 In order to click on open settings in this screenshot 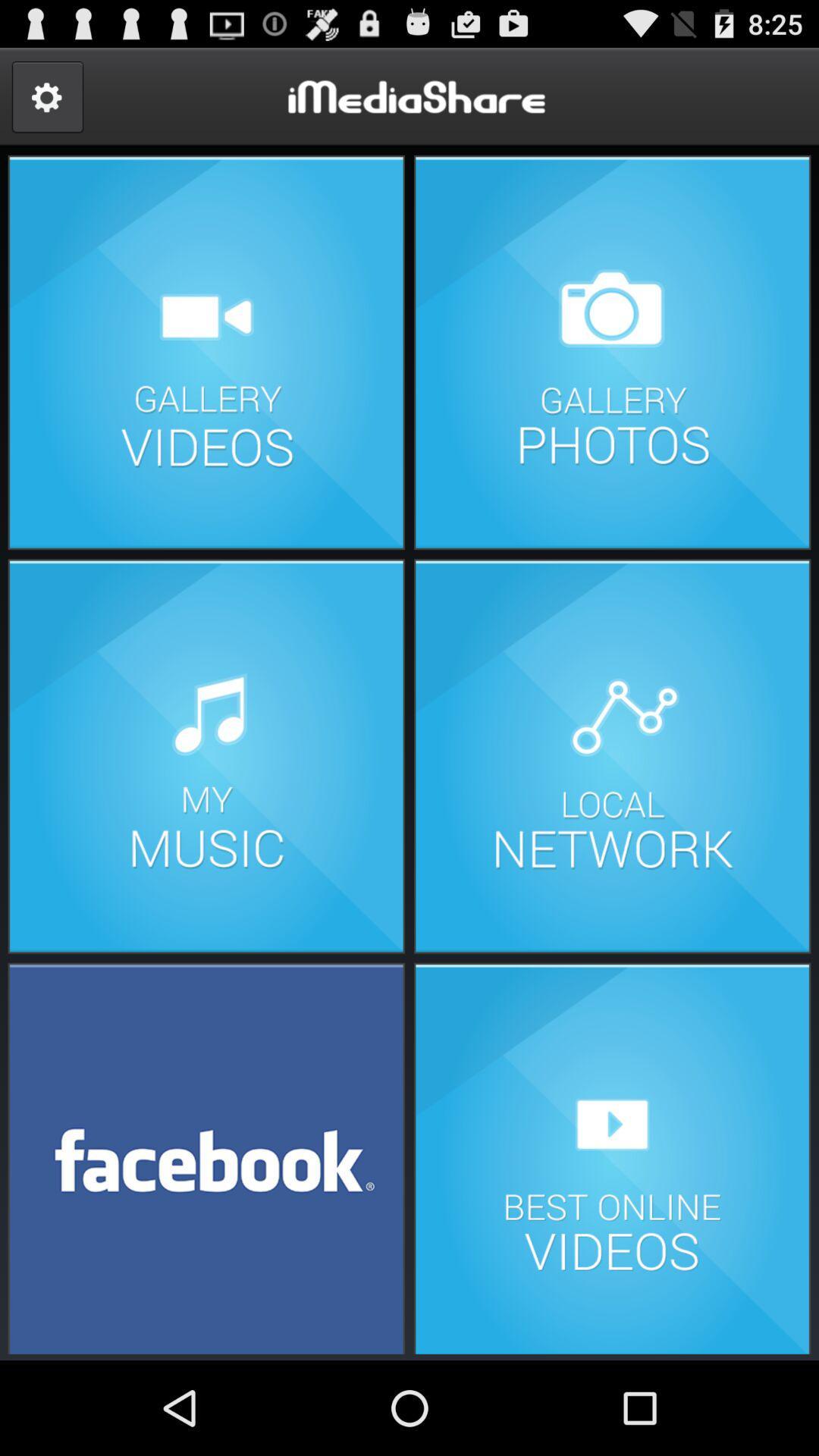, I will do `click(46, 96)`.